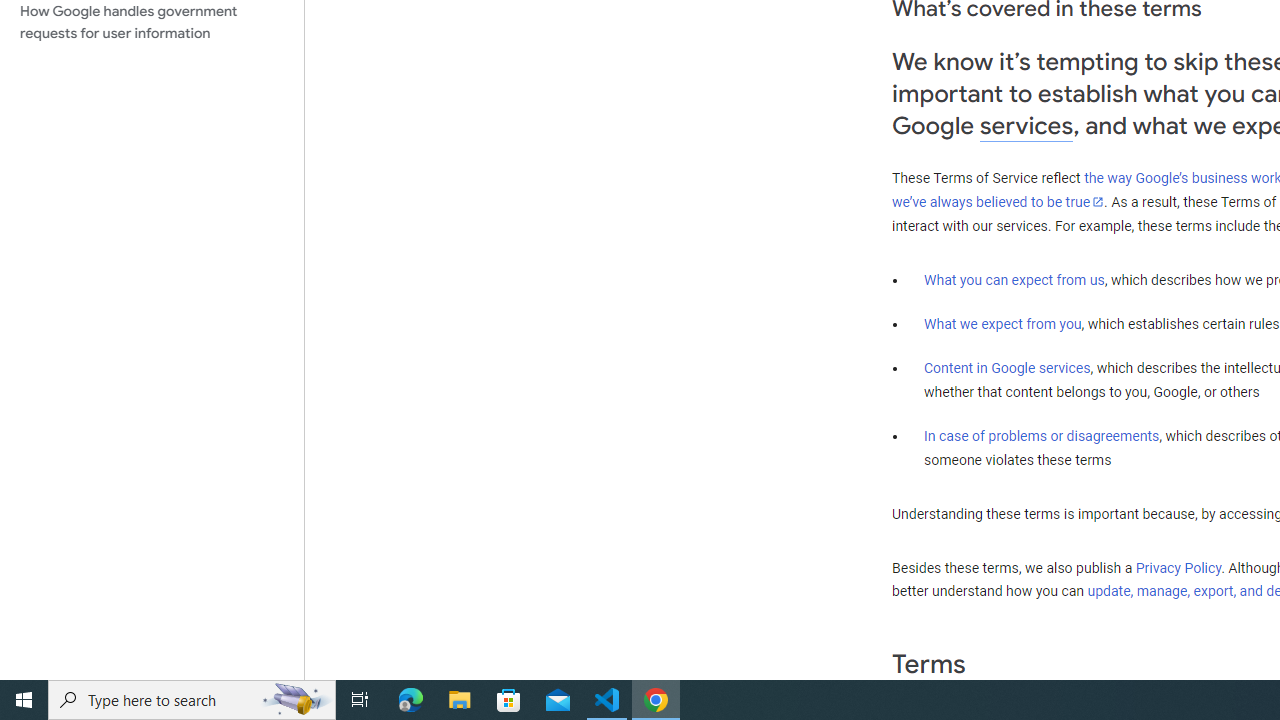 This screenshot has height=720, width=1280. Describe the element at coordinates (1014, 279) in the screenshot. I see `'What you can expect from us'` at that location.